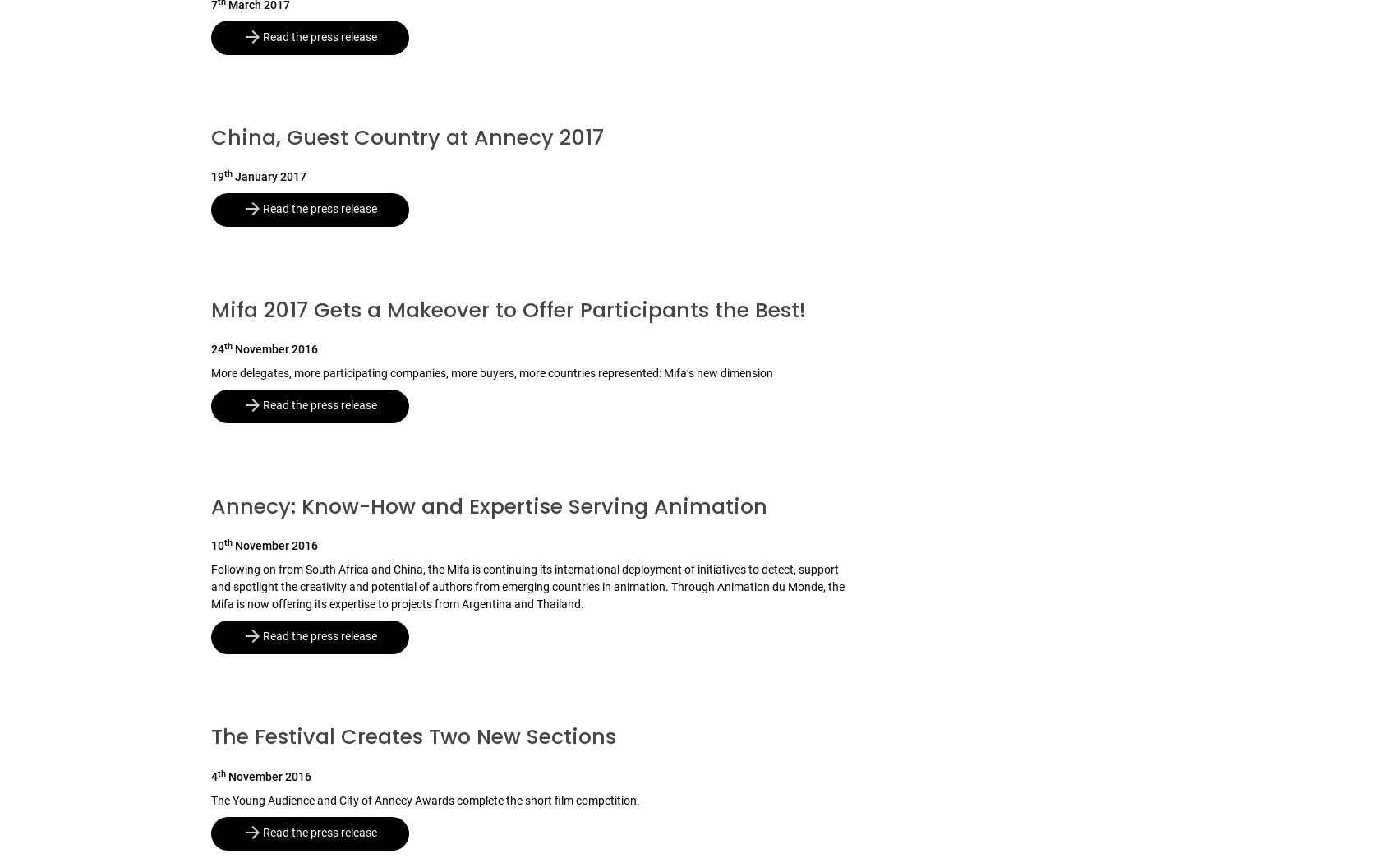 Image resolution: width=1400 pixels, height=863 pixels. I want to click on '19', so click(216, 176).